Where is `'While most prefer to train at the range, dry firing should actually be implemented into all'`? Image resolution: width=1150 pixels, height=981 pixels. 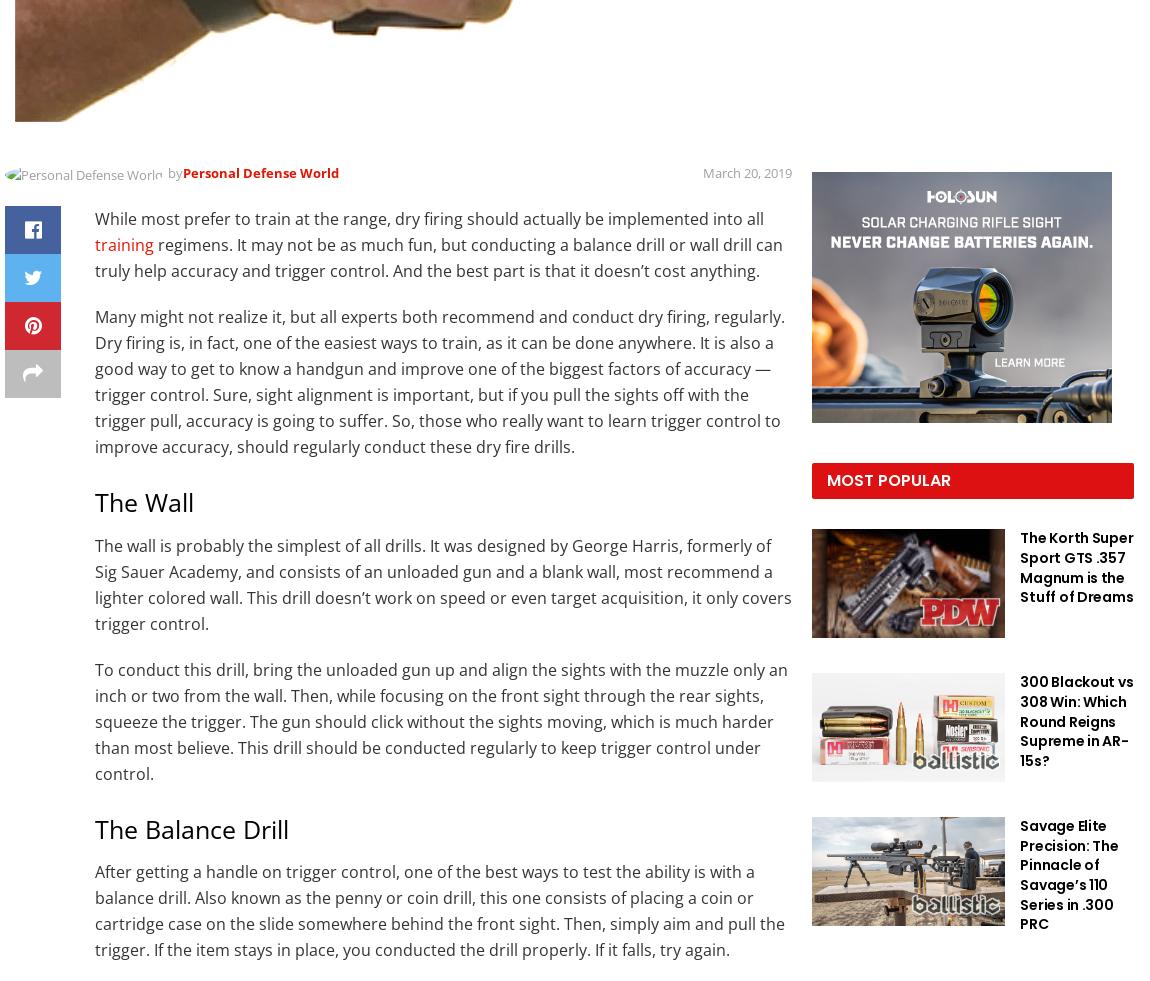 'While most prefer to train at the range, dry firing should actually be implemented into all' is located at coordinates (429, 217).